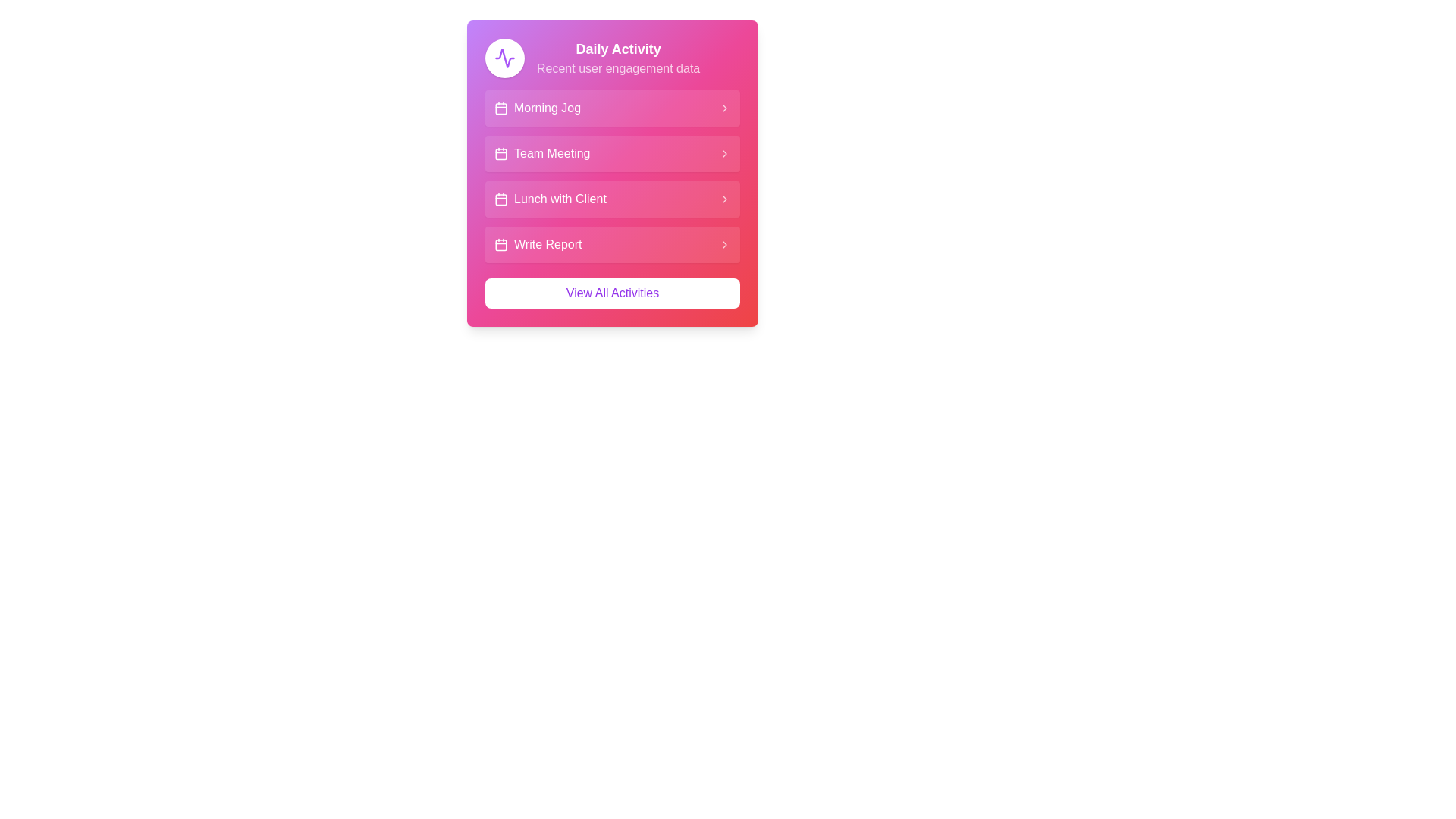 Image resolution: width=1456 pixels, height=819 pixels. What do you see at coordinates (501, 107) in the screenshot?
I see `the calendar icon, which is styled in white and positioned to the left of the text 'Morning Jog' in the 'Daily Activity' list` at bounding box center [501, 107].